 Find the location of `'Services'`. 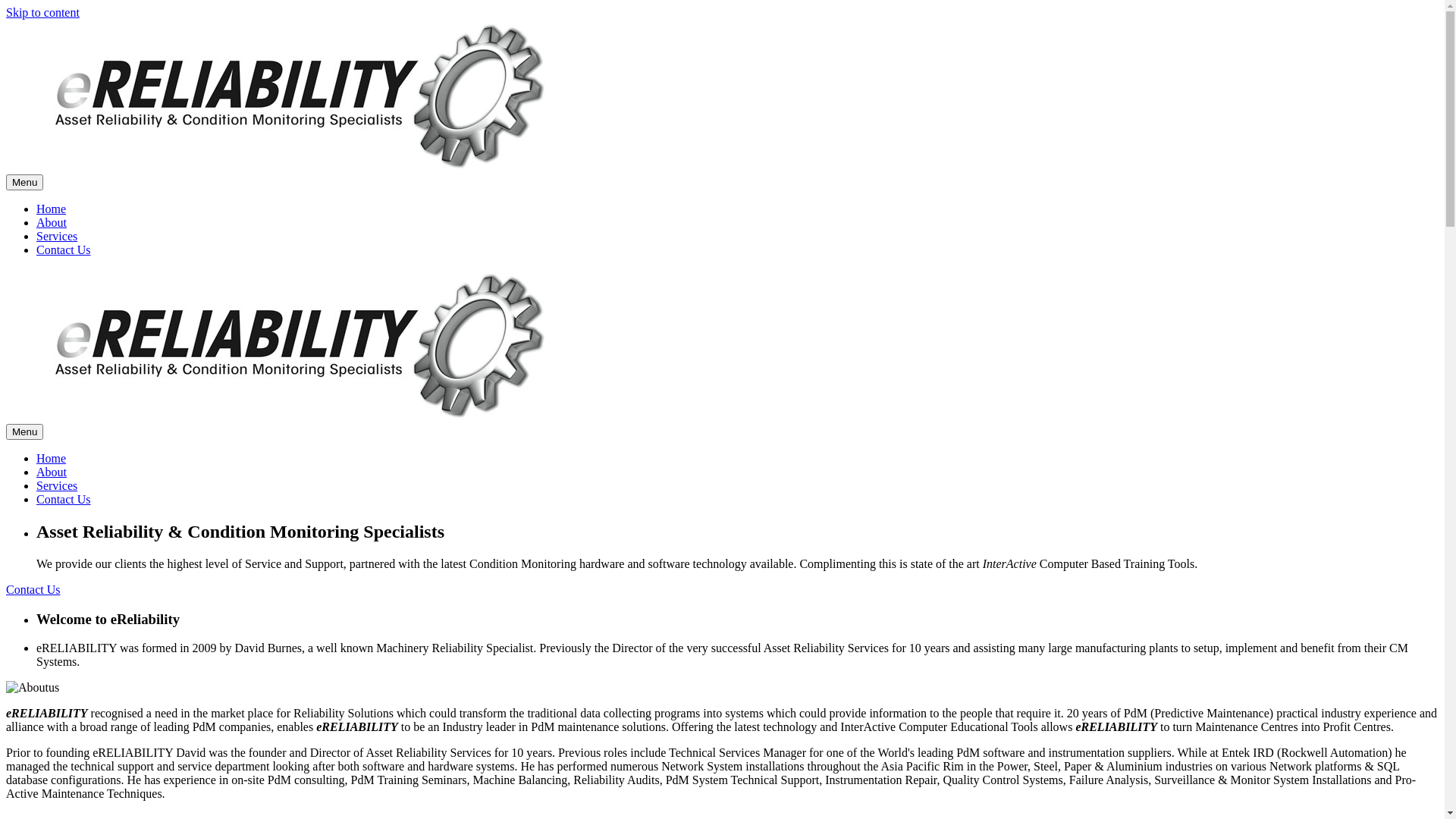

'Services' is located at coordinates (57, 236).